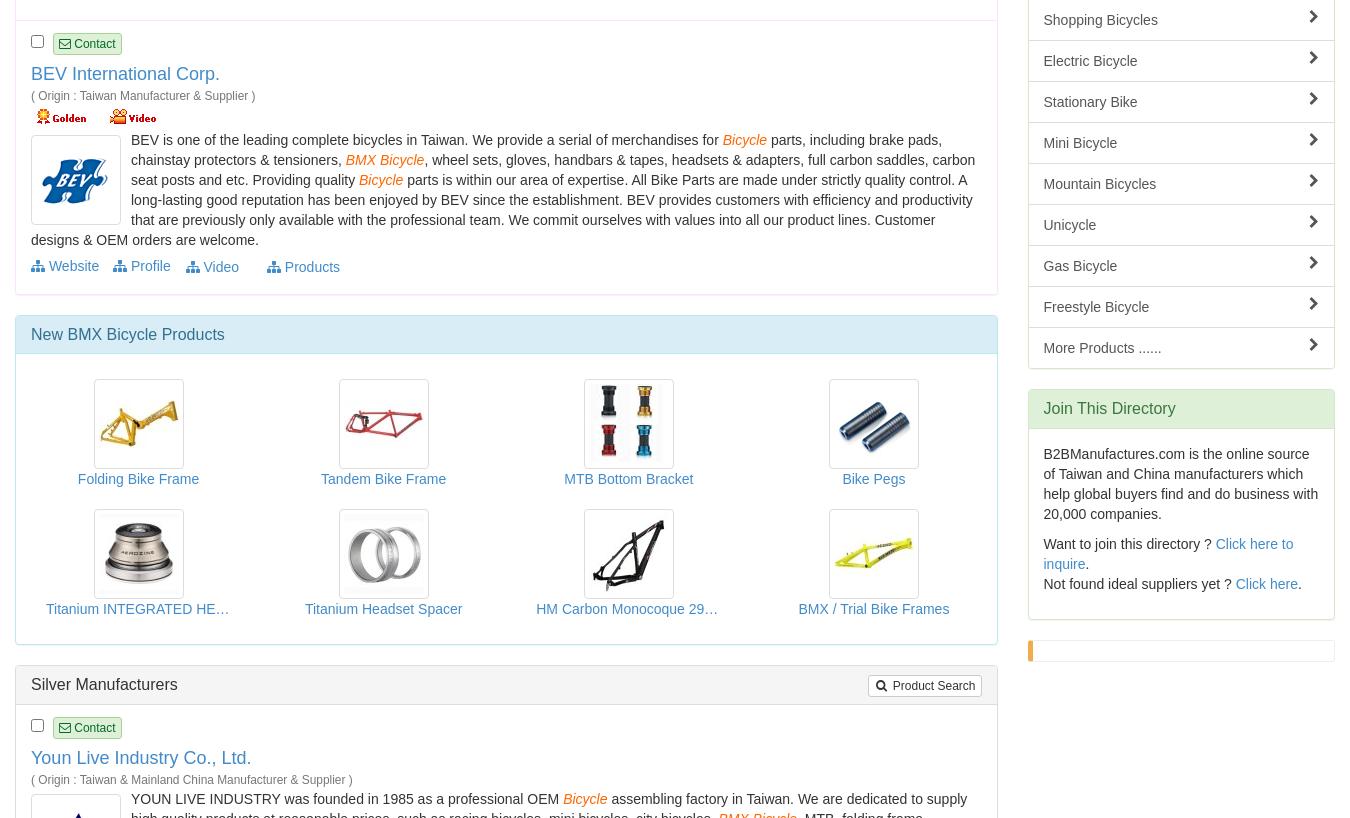 The image size is (1350, 818). What do you see at coordinates (102, 683) in the screenshot?
I see `'Silver Manufacturers'` at bounding box center [102, 683].